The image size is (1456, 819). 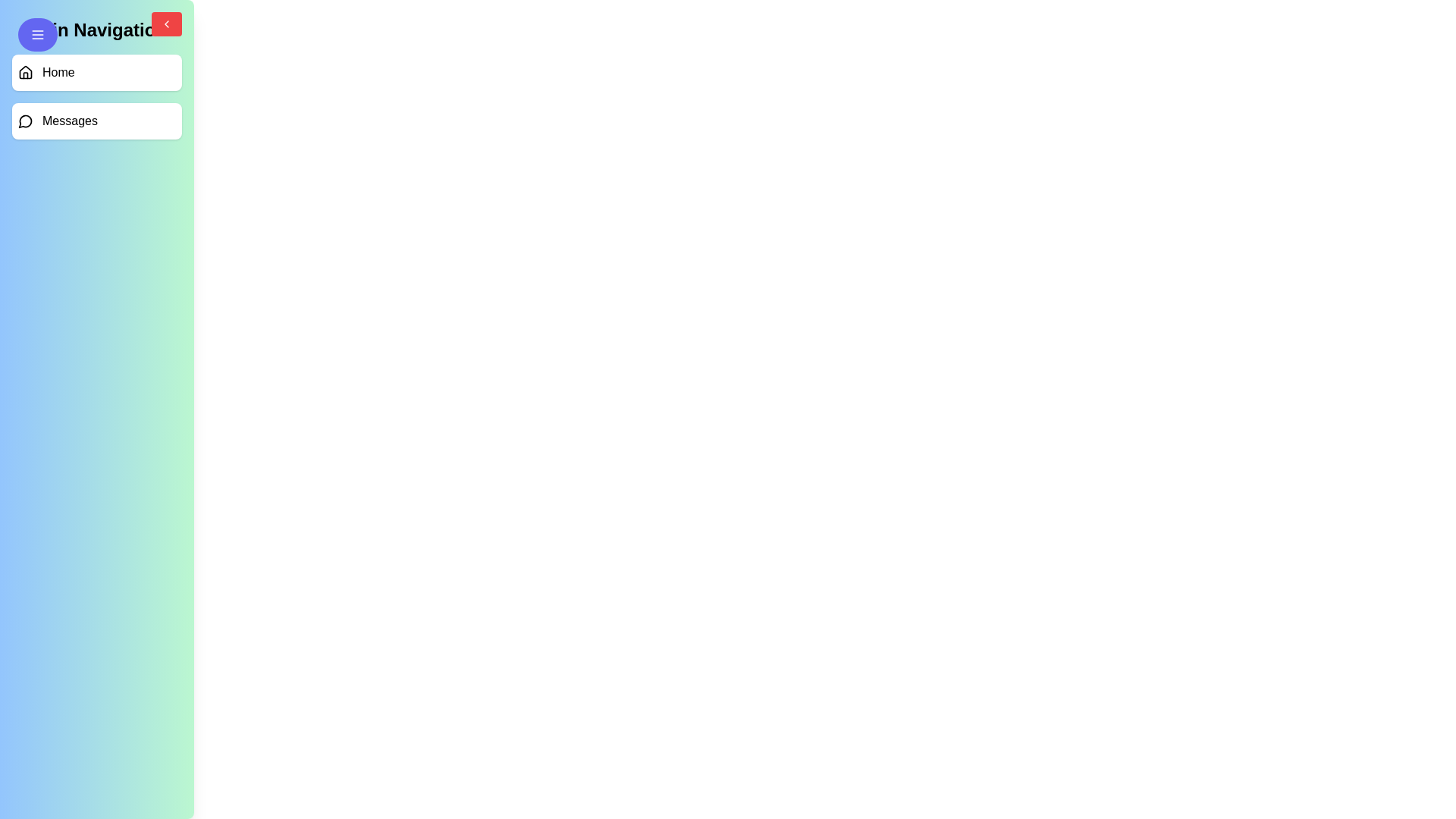 I want to click on the menu icon represented by three horizontal lines within a purple circular button located at the top-left corner of the interface, so click(x=37, y=34).